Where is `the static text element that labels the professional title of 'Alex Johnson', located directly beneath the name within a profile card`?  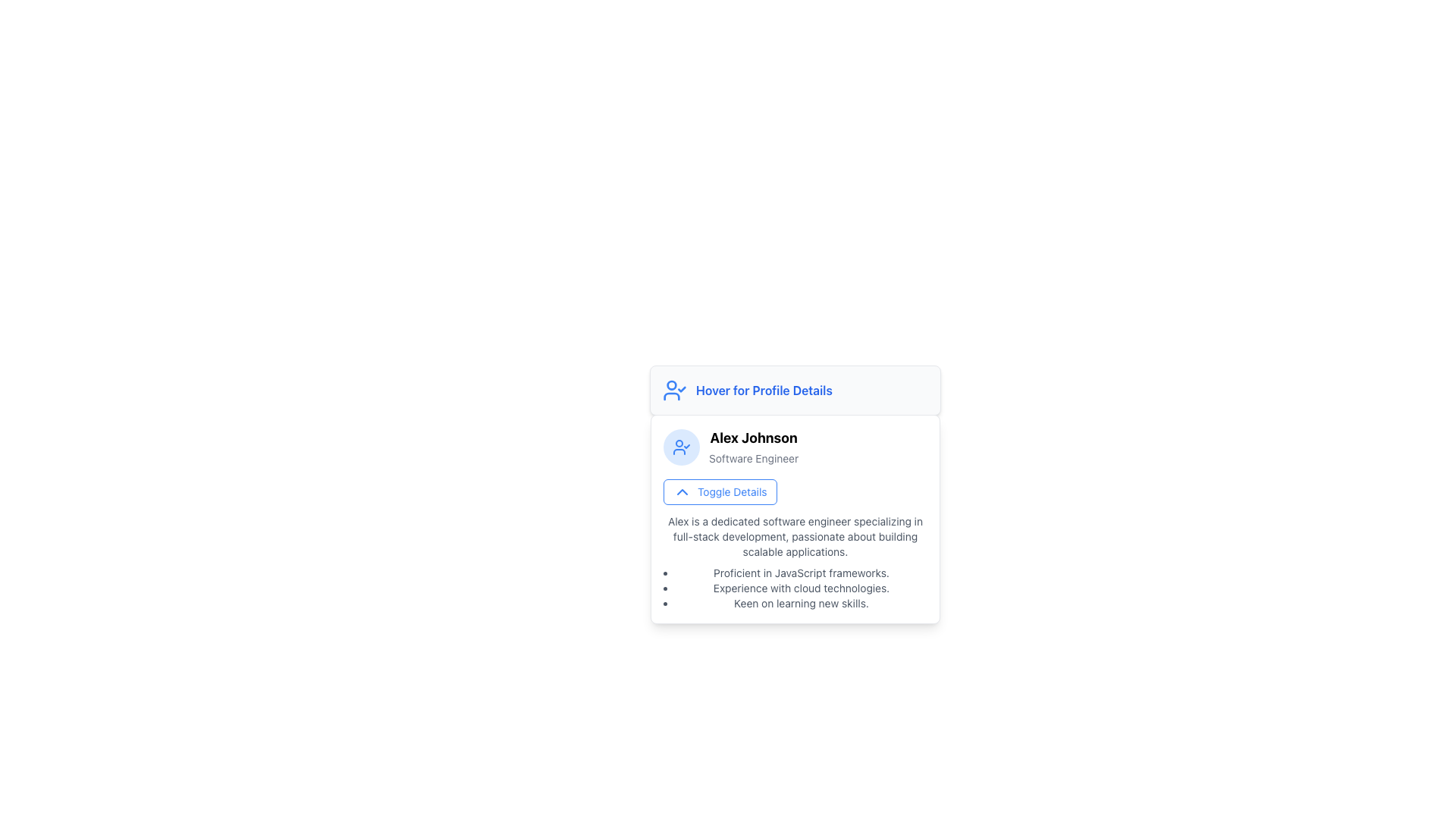
the static text element that labels the professional title of 'Alex Johnson', located directly beneath the name within a profile card is located at coordinates (754, 457).